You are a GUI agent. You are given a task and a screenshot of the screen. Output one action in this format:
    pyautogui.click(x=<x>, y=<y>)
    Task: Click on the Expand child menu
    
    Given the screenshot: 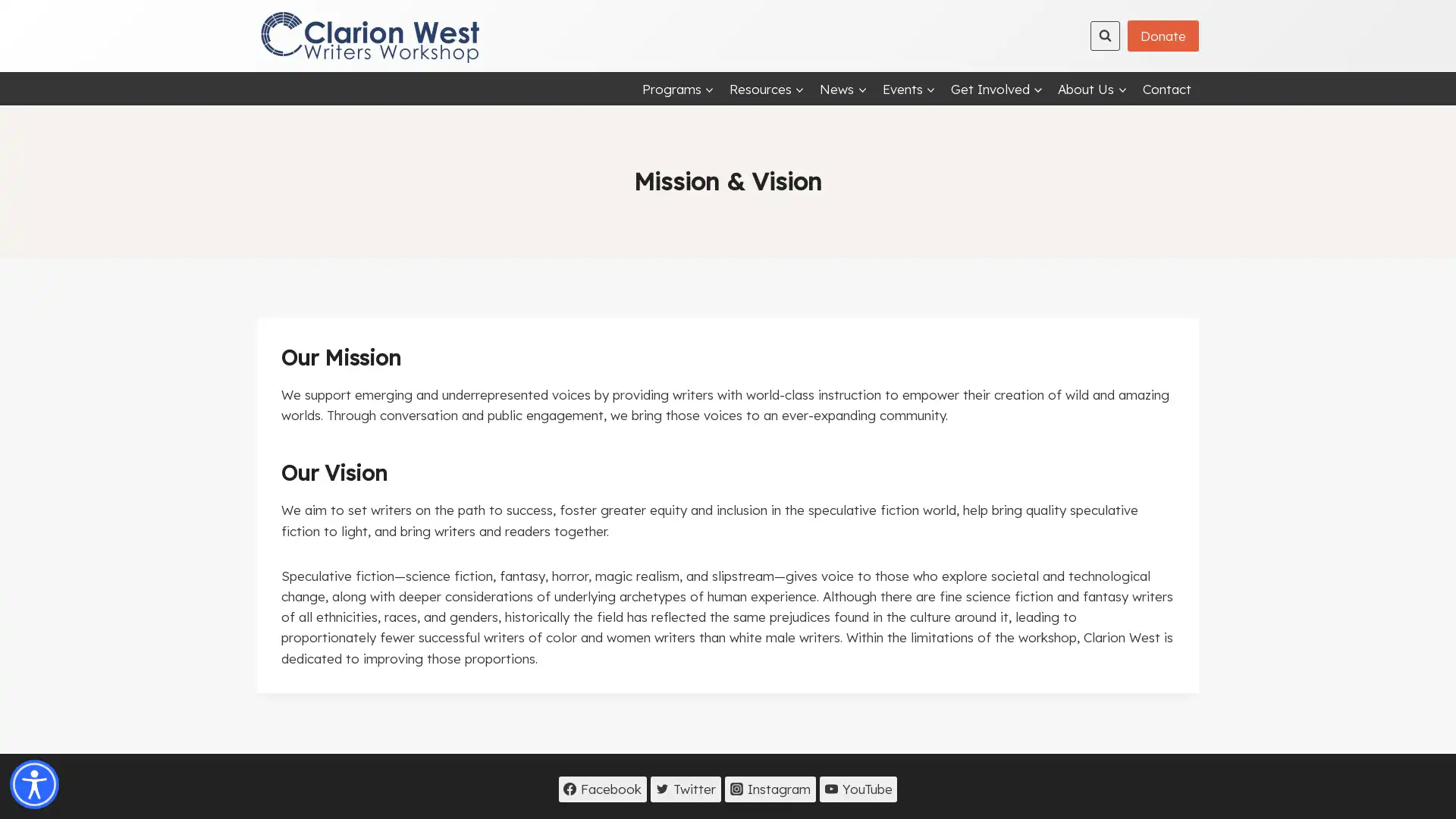 What is the action you would take?
    pyautogui.click(x=676, y=88)
    